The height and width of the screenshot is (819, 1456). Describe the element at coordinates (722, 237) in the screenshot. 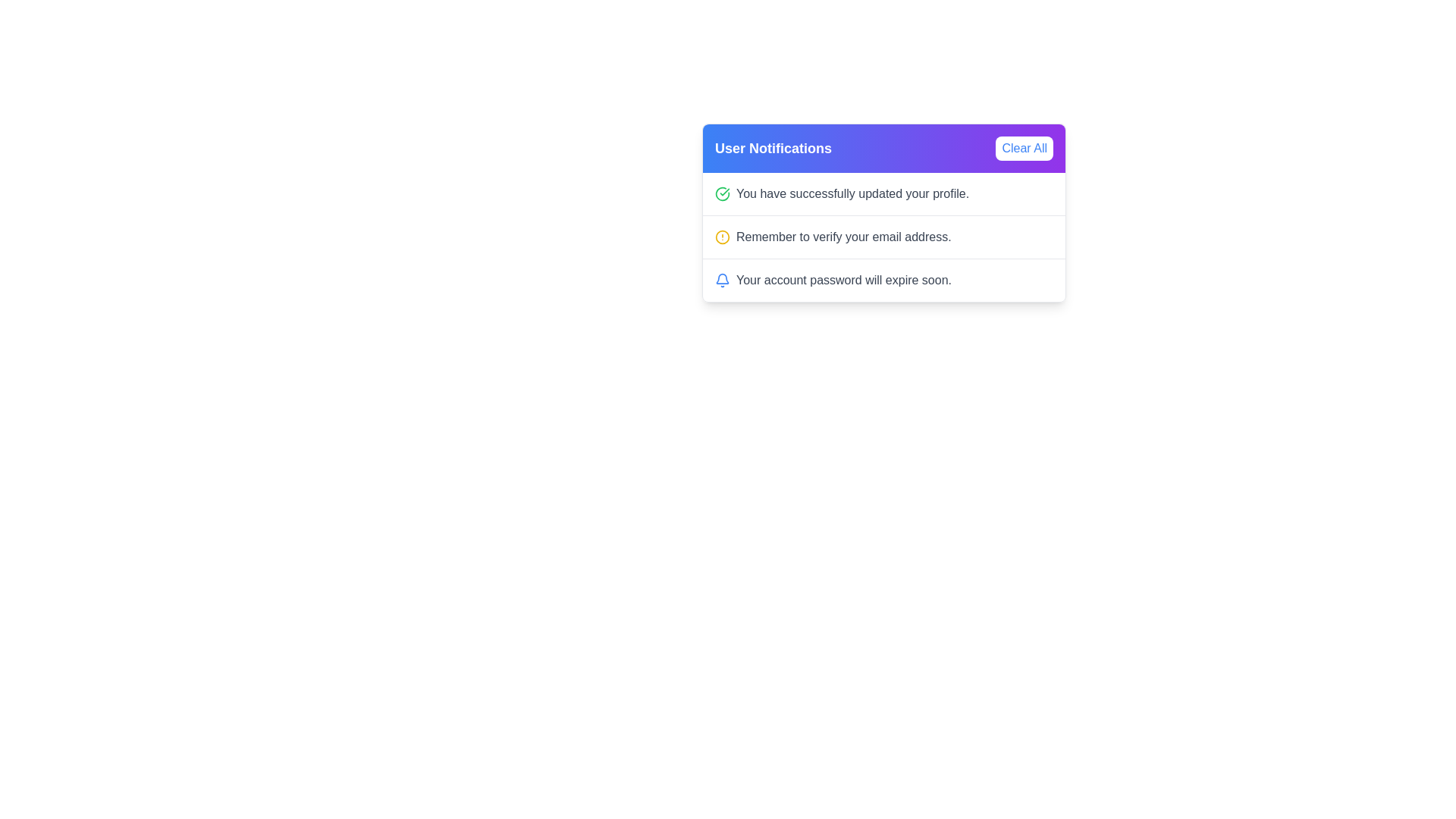

I see `the circular icon with a yellow outline located to the left of the text 'Remember to verify your email address' in the notification panel` at that location.